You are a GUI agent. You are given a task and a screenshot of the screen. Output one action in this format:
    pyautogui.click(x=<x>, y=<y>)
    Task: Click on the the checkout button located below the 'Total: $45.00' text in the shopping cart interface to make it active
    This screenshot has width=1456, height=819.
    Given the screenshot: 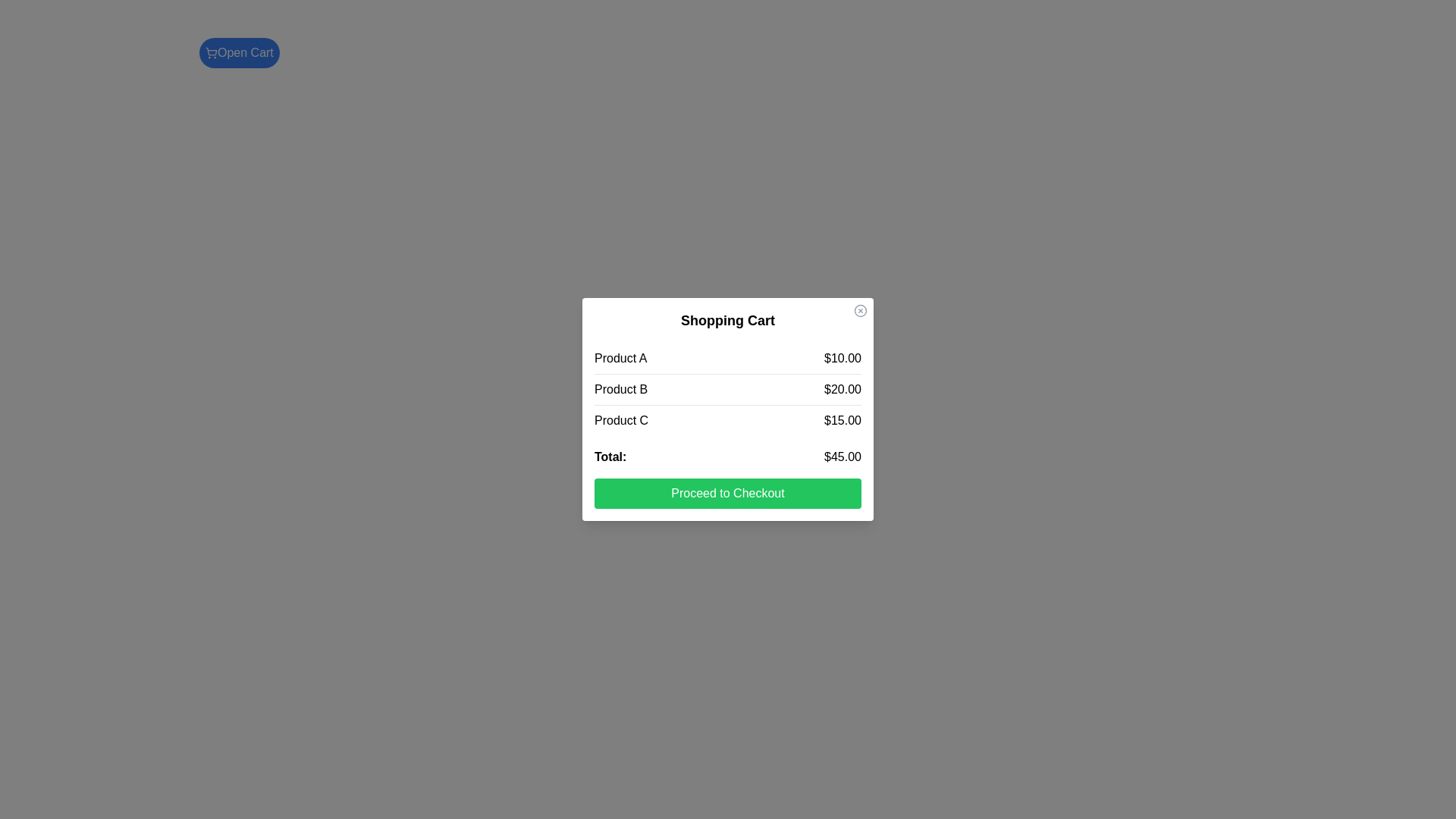 What is the action you would take?
    pyautogui.click(x=728, y=494)
    